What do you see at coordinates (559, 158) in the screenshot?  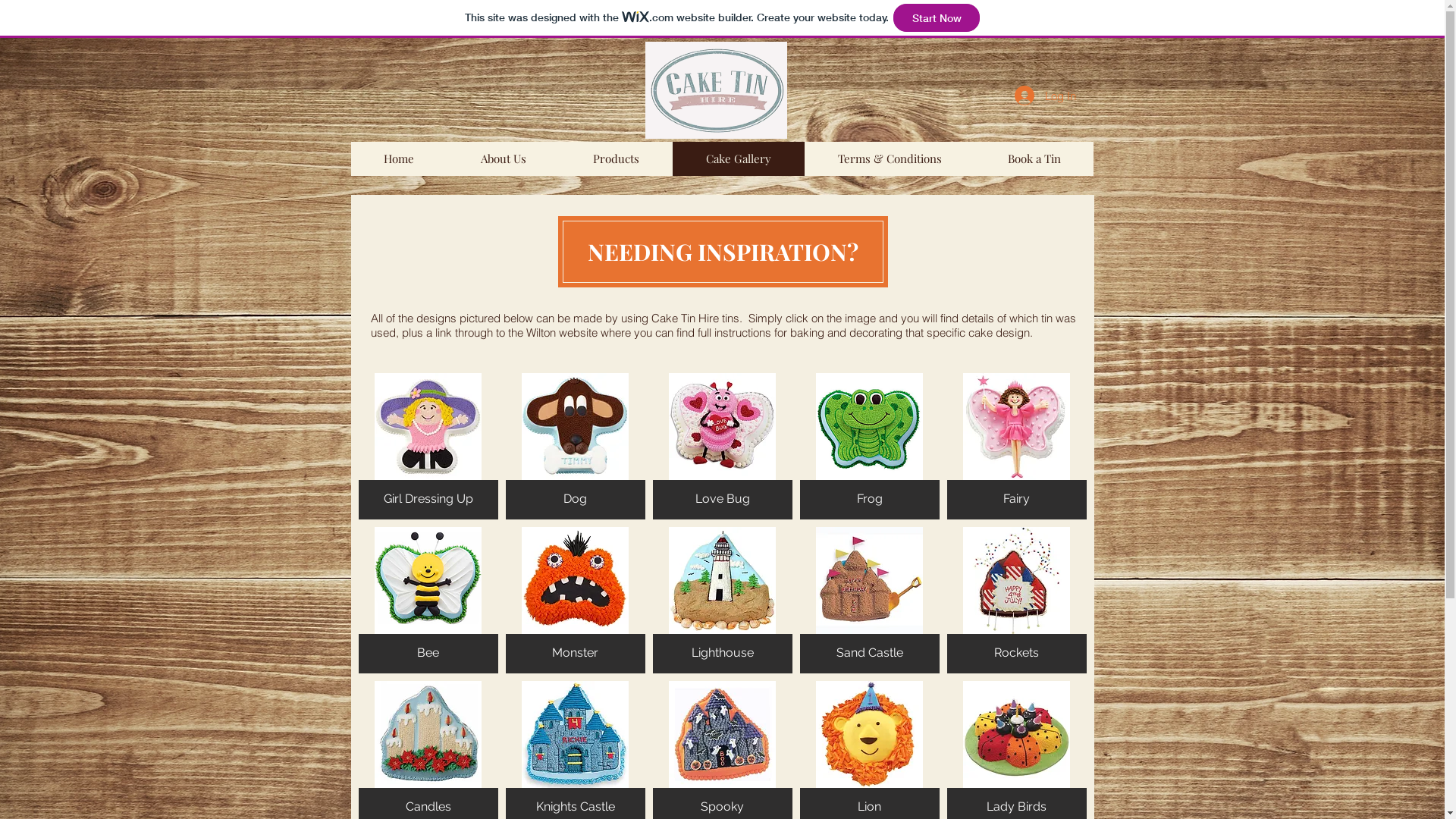 I see `'Products'` at bounding box center [559, 158].